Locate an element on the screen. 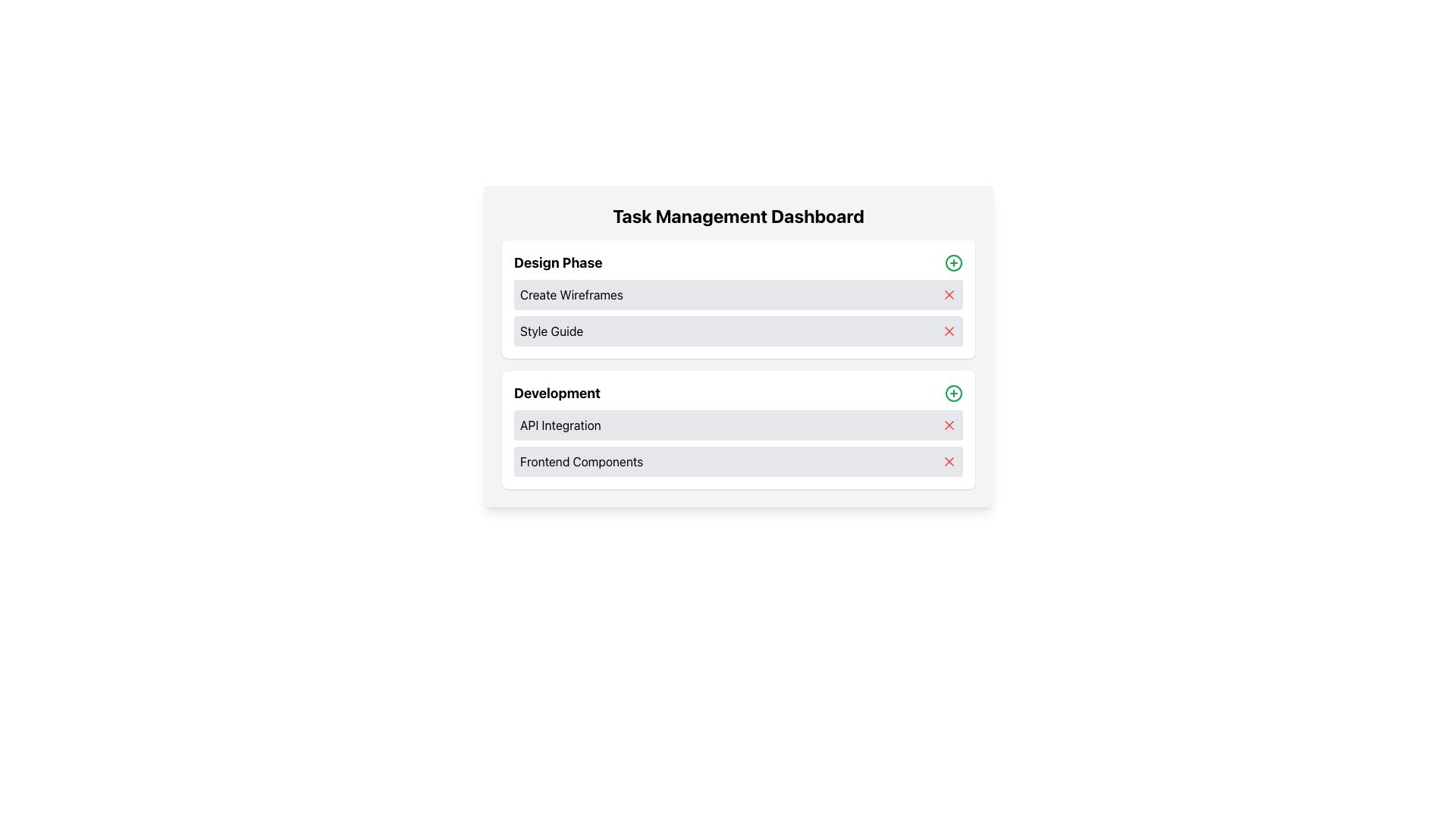 Image resolution: width=1456 pixels, height=819 pixels. the unique cancellation icon located in the right section of the 'API Integration' bar in the Development section of the Task Management Dashboard is located at coordinates (949, 425).